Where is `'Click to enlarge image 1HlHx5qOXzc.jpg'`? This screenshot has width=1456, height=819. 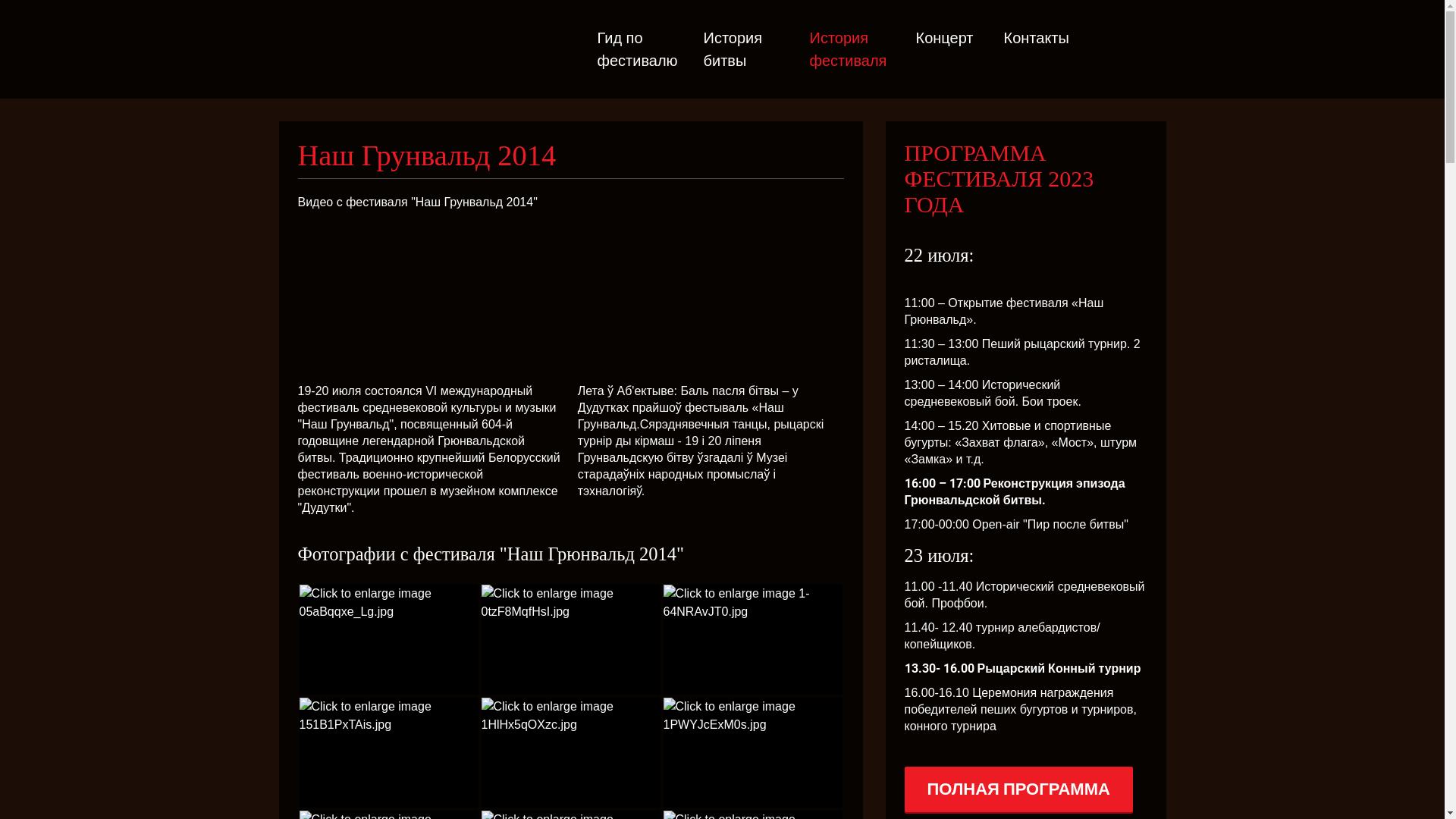 'Click to enlarge image 1HlHx5qOXzc.jpg' is located at coordinates (570, 752).